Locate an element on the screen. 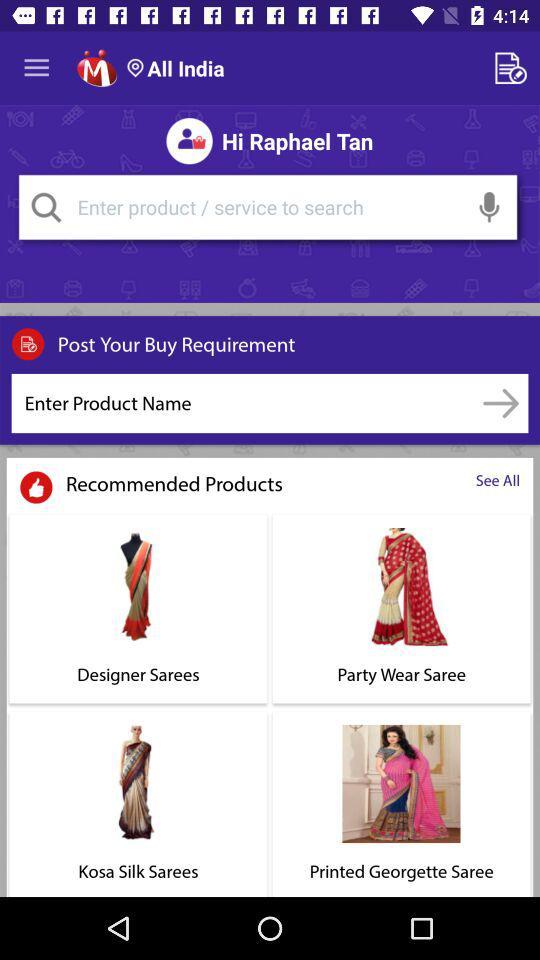  the microphone icon is located at coordinates (488, 207).